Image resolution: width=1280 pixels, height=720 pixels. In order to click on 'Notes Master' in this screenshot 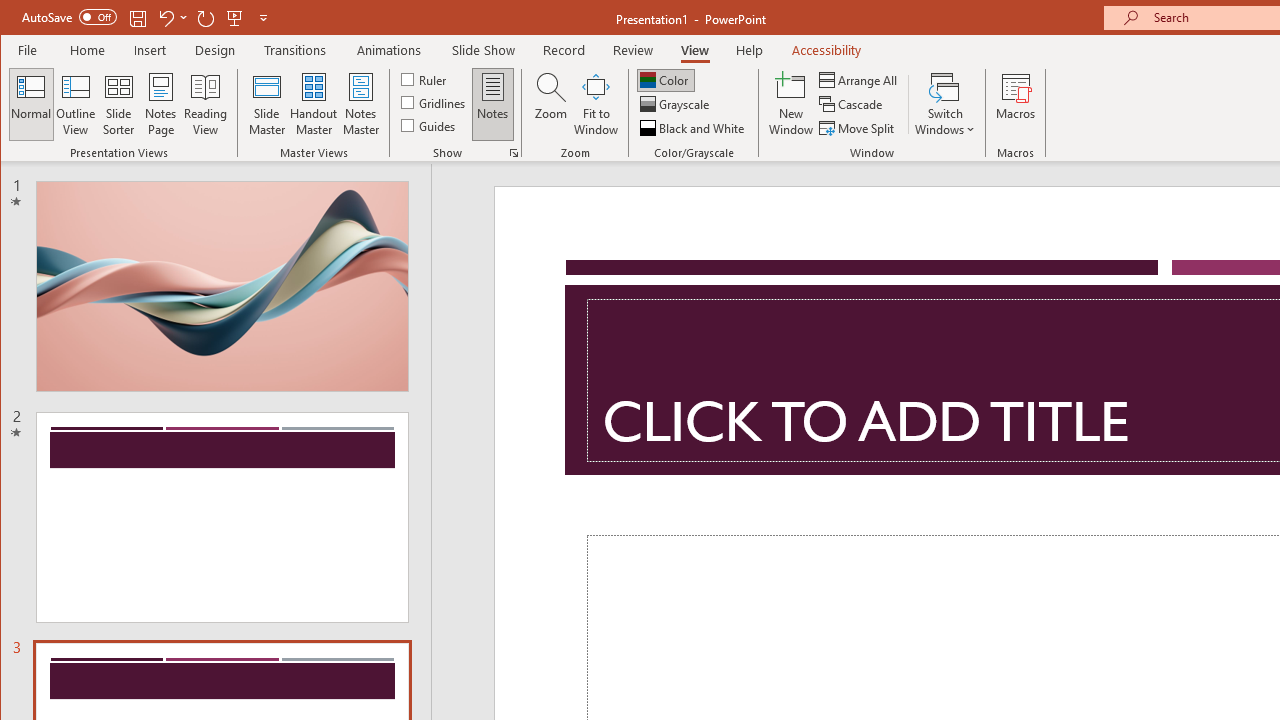, I will do `click(360, 104)`.